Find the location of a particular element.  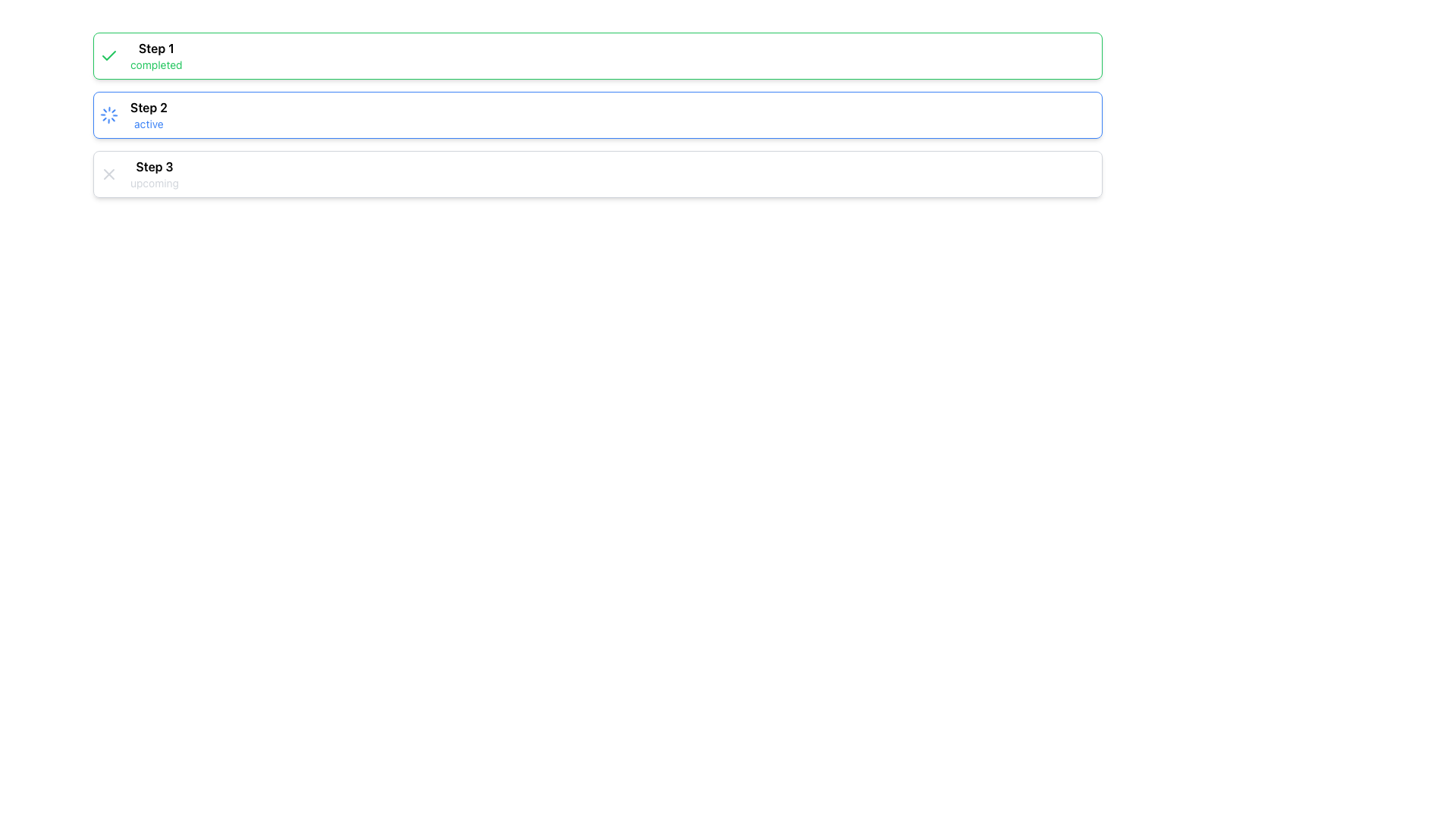

the Graphical Icon (Check Mark) that indicates the completed status for 'Step 1' in the horizontal progress indicator is located at coordinates (108, 55).